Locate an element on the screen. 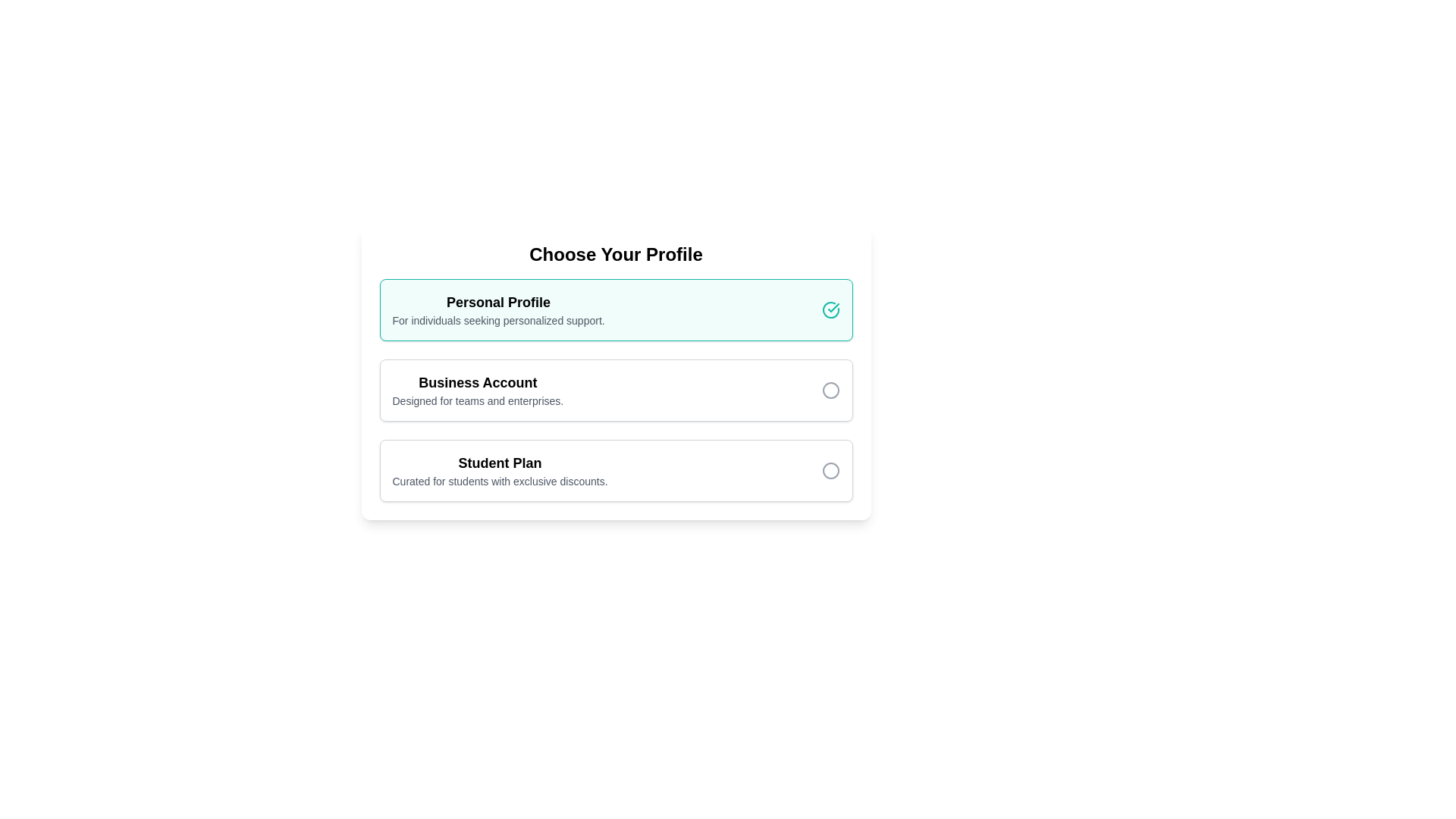  text element that identifies the 'Personal Profile' option, located at the center-top section of the list box under 'Choose Your Profile.' is located at coordinates (498, 309).